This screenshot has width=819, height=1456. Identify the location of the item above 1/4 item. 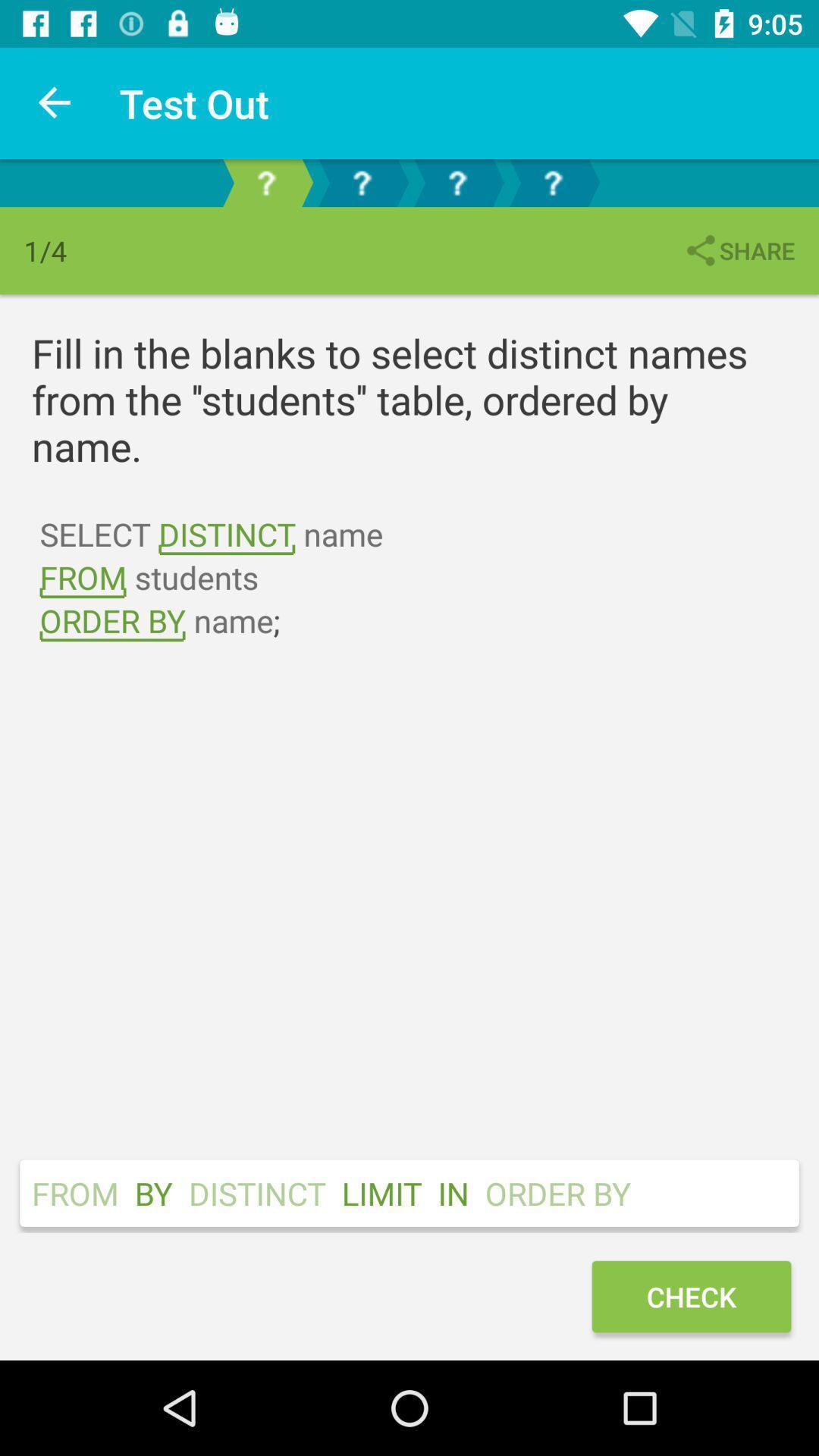
(55, 102).